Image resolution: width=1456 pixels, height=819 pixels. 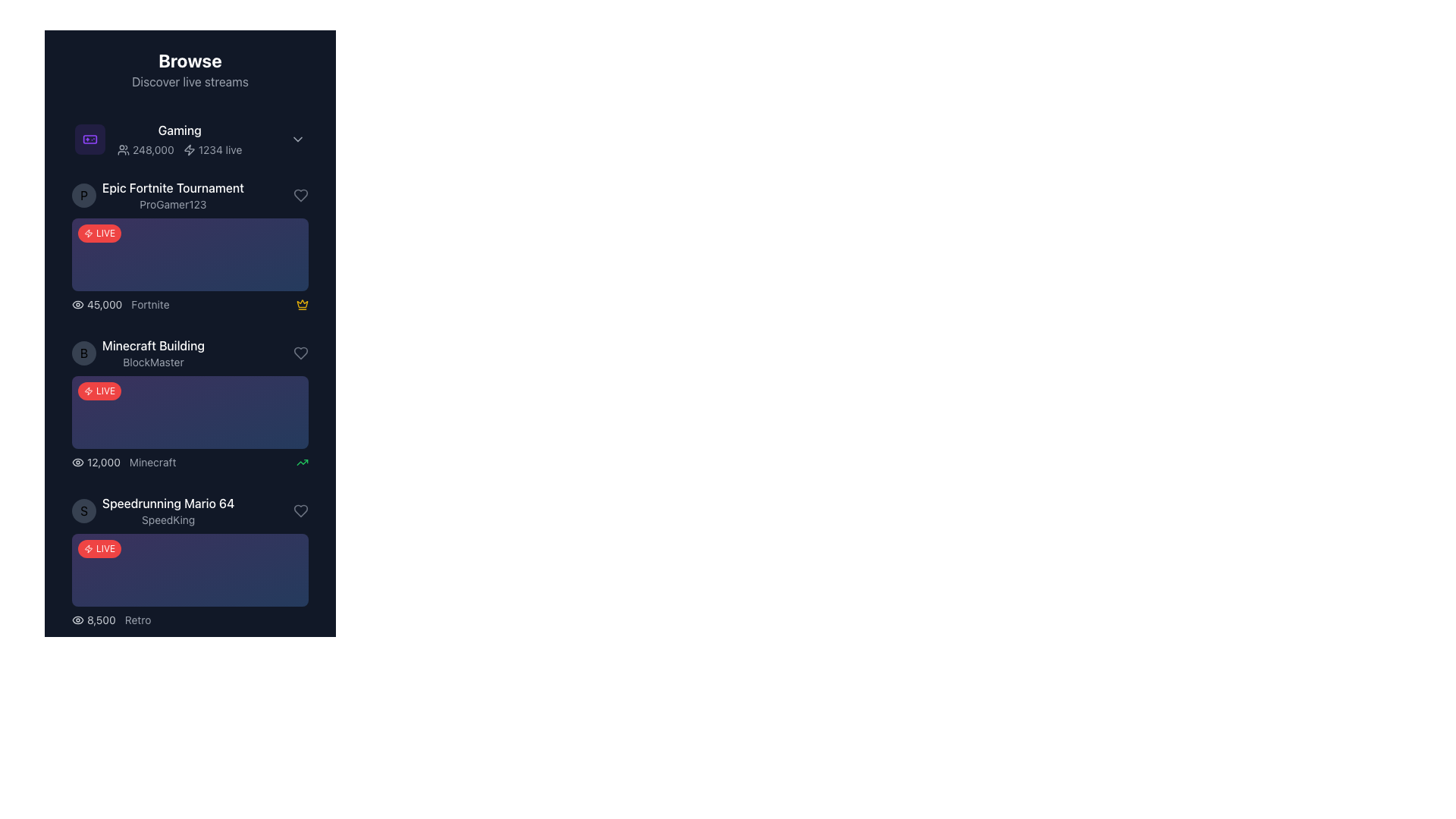 I want to click on the Text label displaying 'SpeedKing', which is styled in a smaller, lighter gray font and positioned below 'Speedrunning Mario 64', so click(x=168, y=519).